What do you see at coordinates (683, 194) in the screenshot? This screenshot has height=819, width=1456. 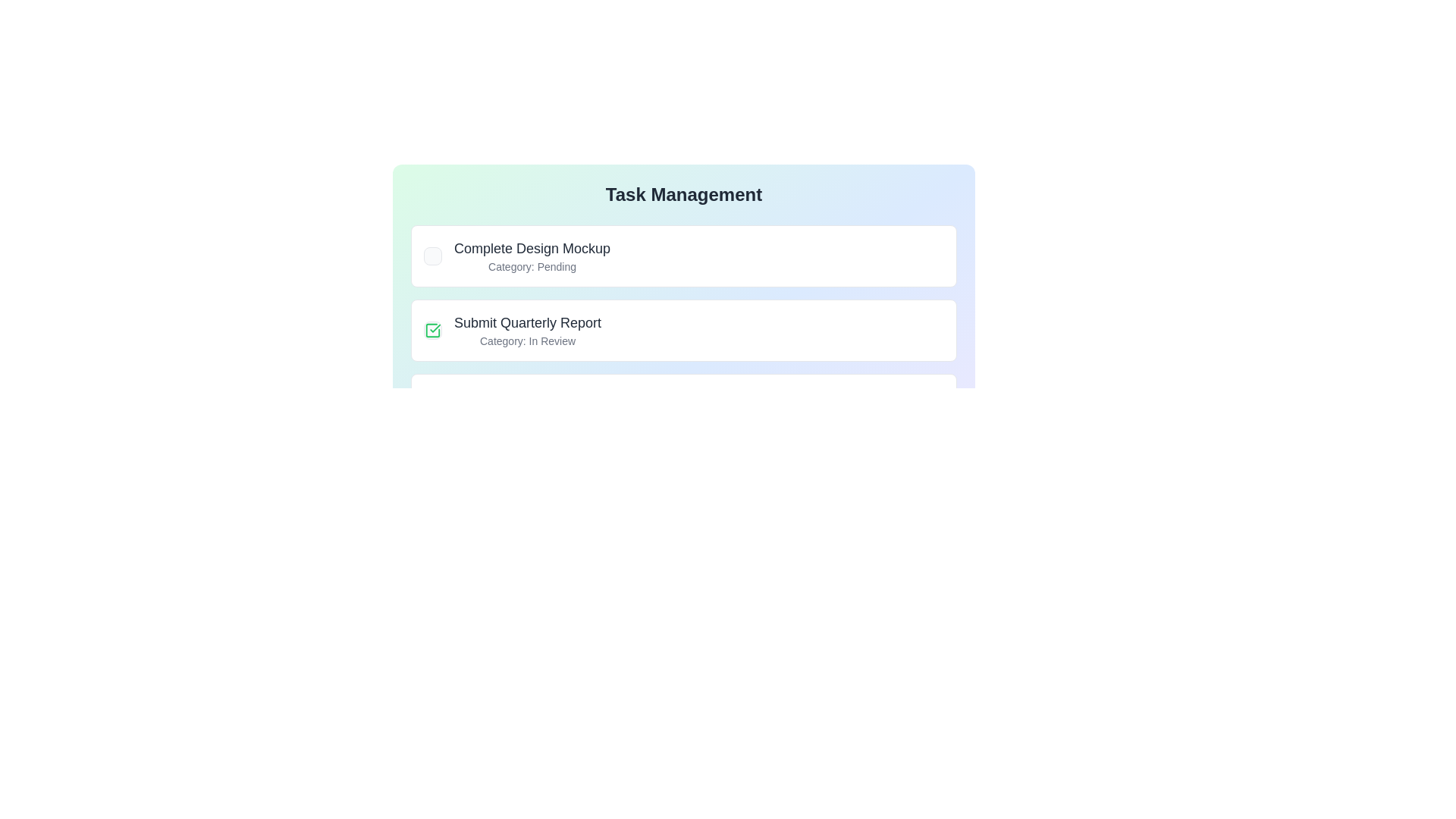 I see `displayed text of the heading 'Task Management' which is styled with a bold and large font size, colored in dark gray, located at the top of its section above a list of tasks` at bounding box center [683, 194].